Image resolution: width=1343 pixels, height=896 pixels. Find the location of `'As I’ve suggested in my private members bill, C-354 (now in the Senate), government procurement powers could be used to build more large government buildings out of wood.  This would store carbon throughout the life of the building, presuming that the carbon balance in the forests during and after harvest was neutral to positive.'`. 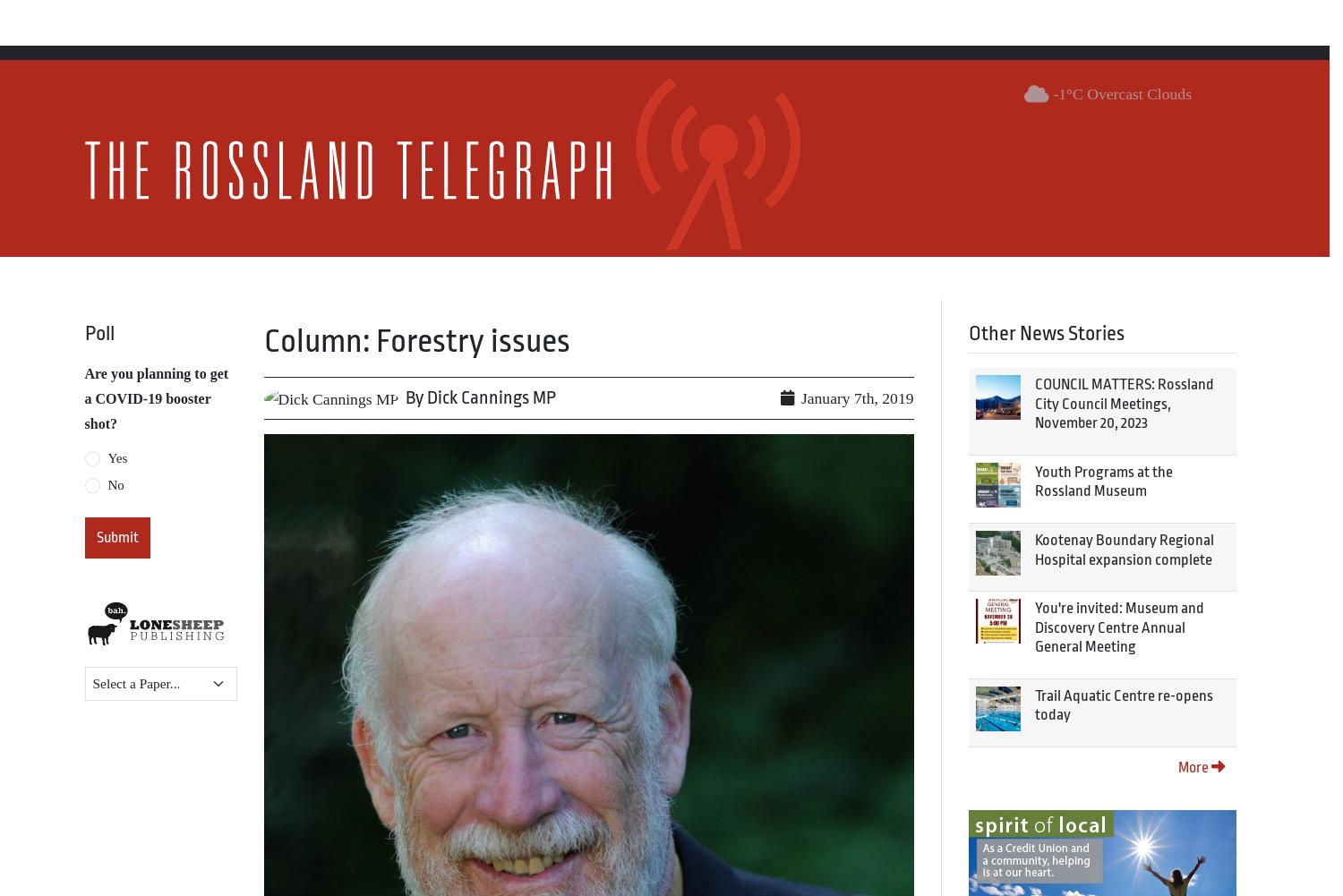

'As I’ve suggested in my private members bill, C-354 (now in the Senate), government procurement powers could be used to build more large government buildings out of wood.  This would store carbon throughout the life of the building, presuming that the carbon balance in the forests during and after harvest was neutral to positive.' is located at coordinates (586, 236).